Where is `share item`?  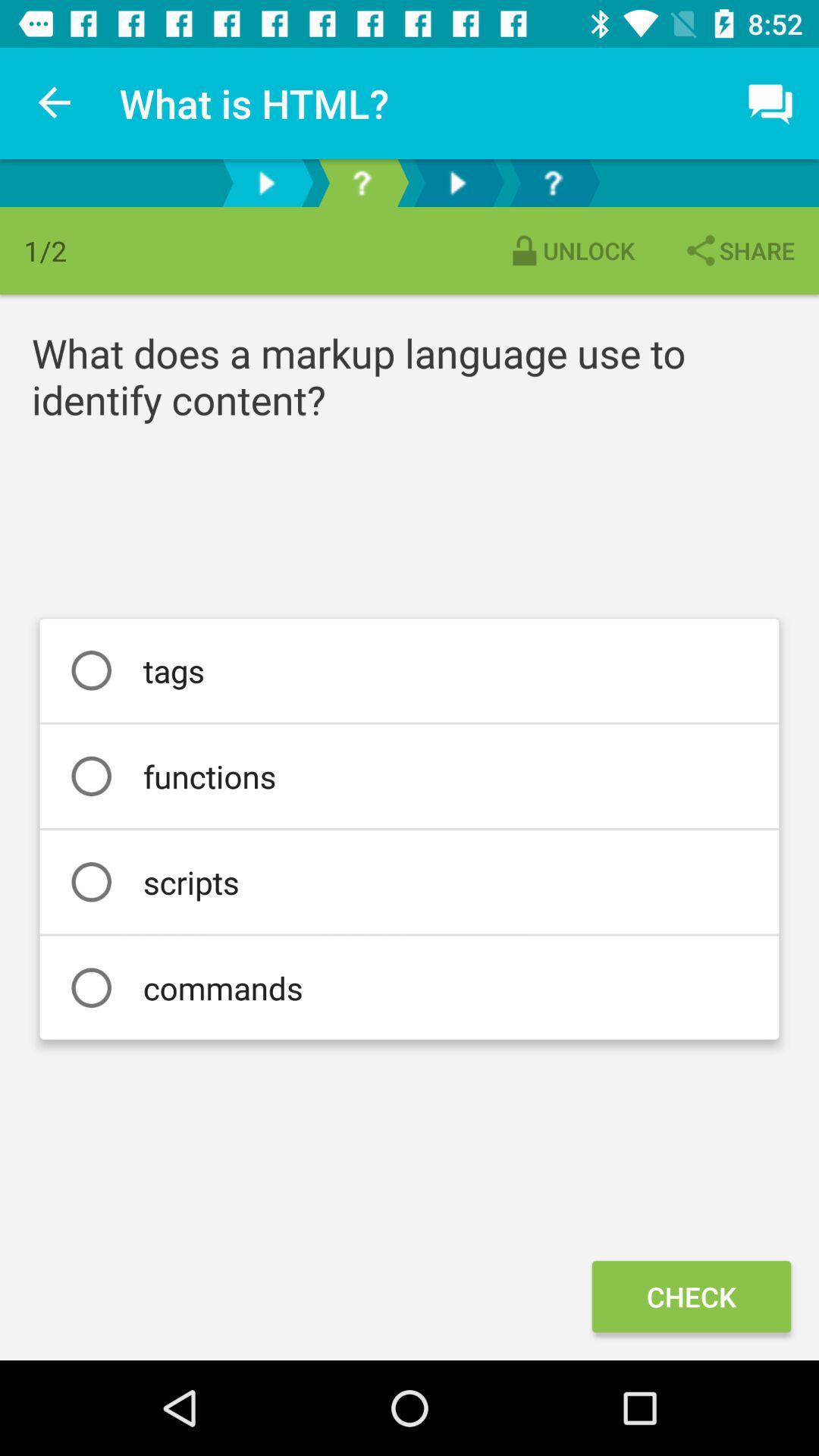
share item is located at coordinates (738, 250).